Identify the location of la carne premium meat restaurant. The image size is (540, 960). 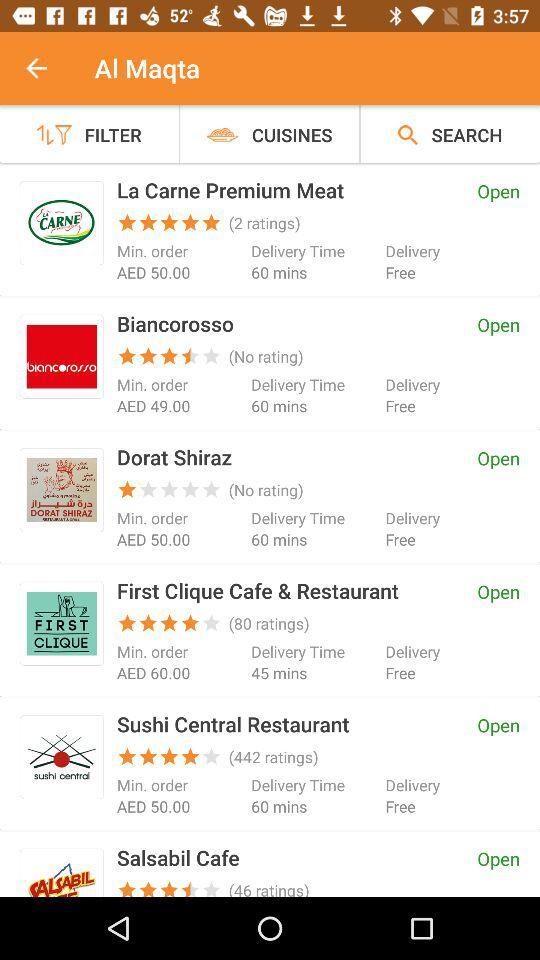
(61, 223).